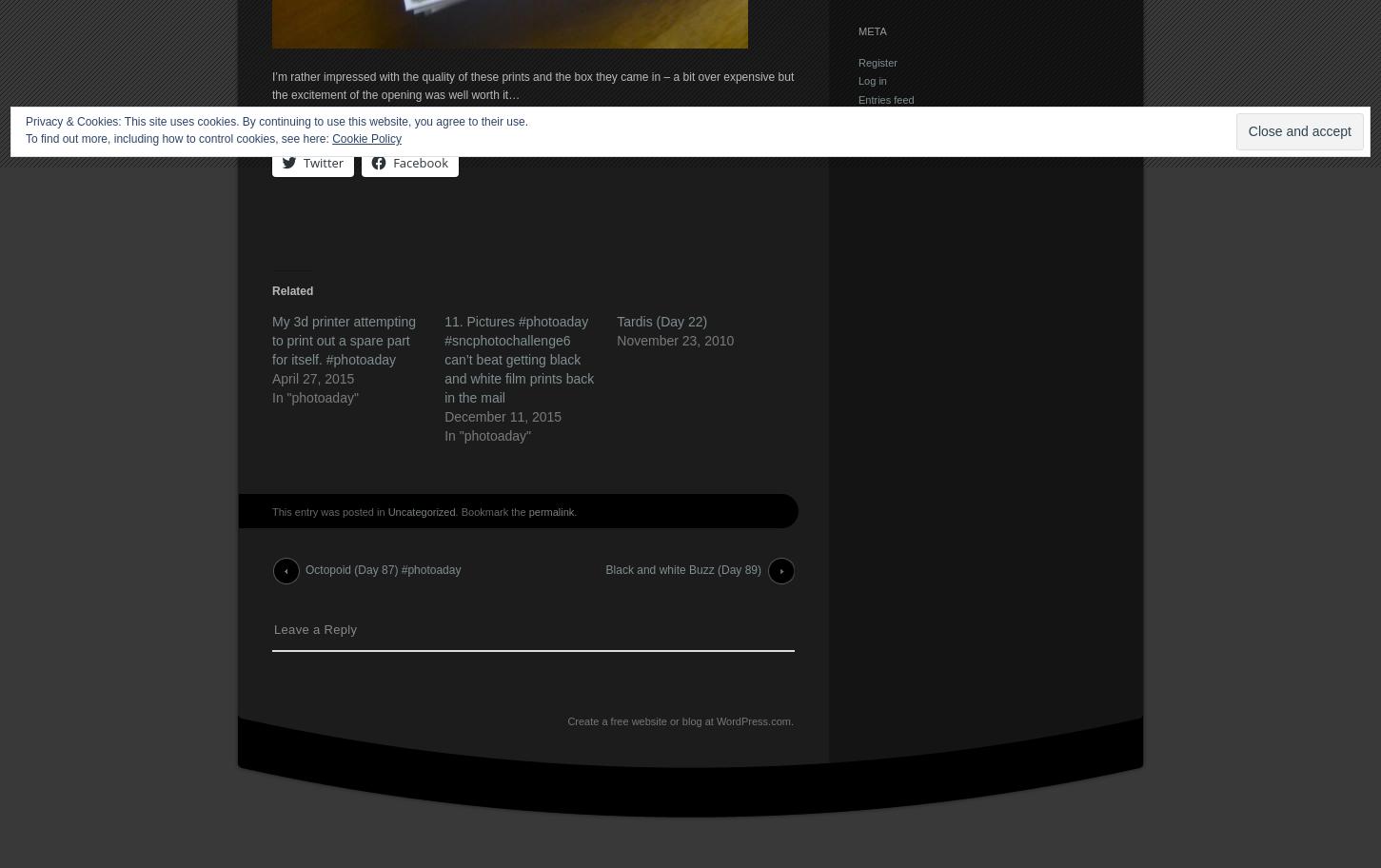 This screenshot has width=1381, height=868. I want to click on 'Meta', so click(872, 31).